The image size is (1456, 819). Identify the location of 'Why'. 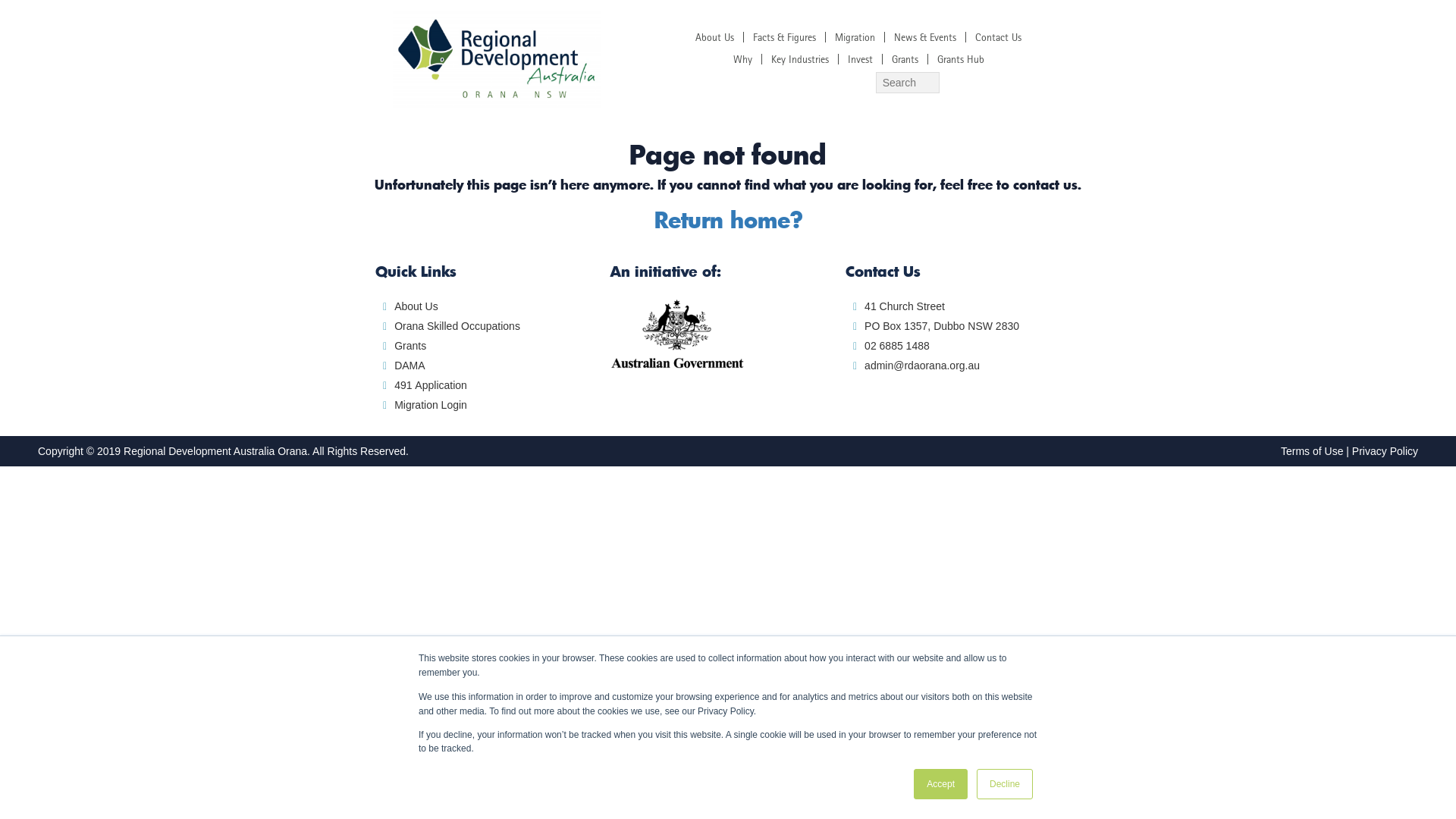
(742, 58).